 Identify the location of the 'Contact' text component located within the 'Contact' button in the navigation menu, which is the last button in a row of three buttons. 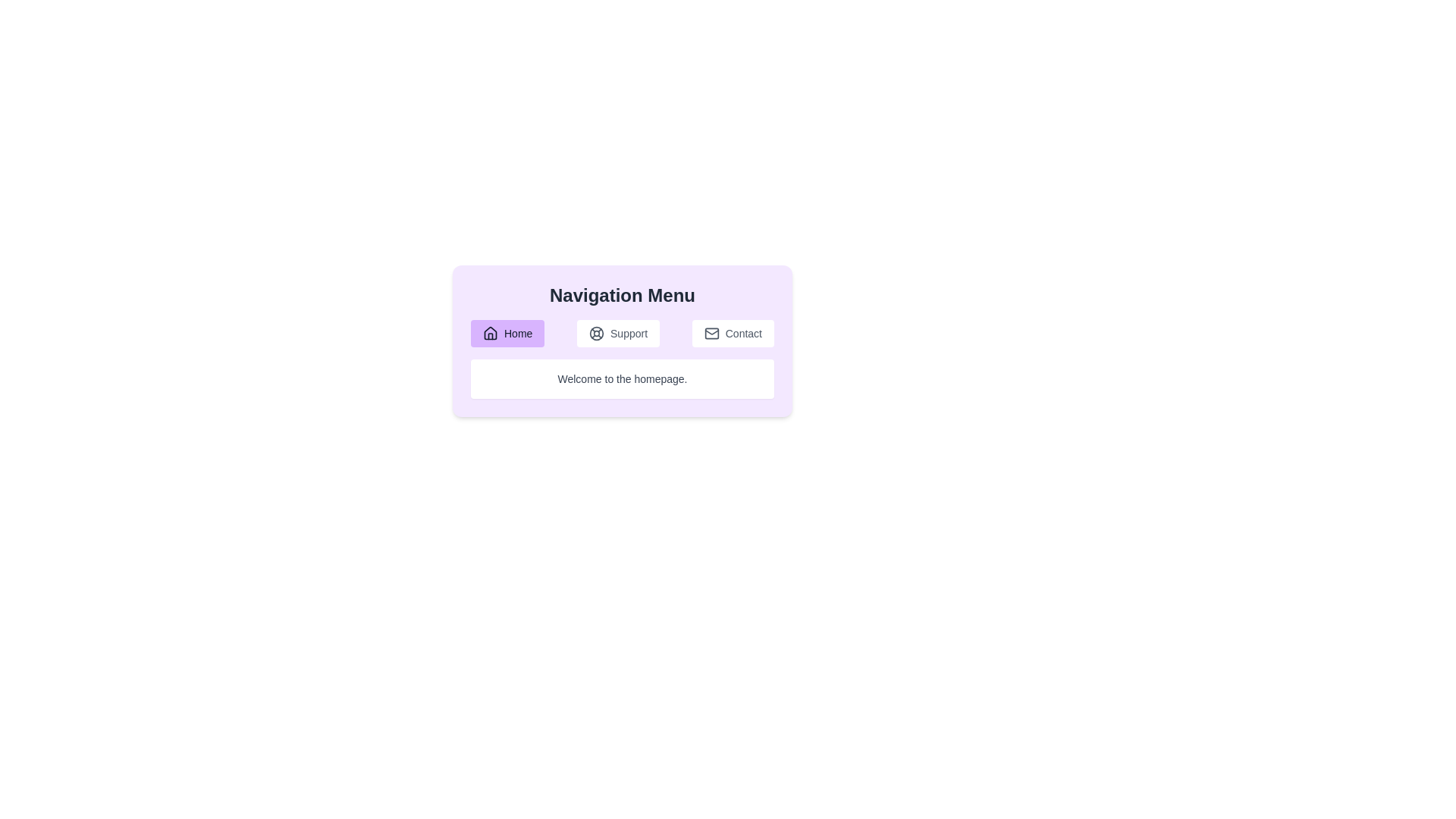
(743, 332).